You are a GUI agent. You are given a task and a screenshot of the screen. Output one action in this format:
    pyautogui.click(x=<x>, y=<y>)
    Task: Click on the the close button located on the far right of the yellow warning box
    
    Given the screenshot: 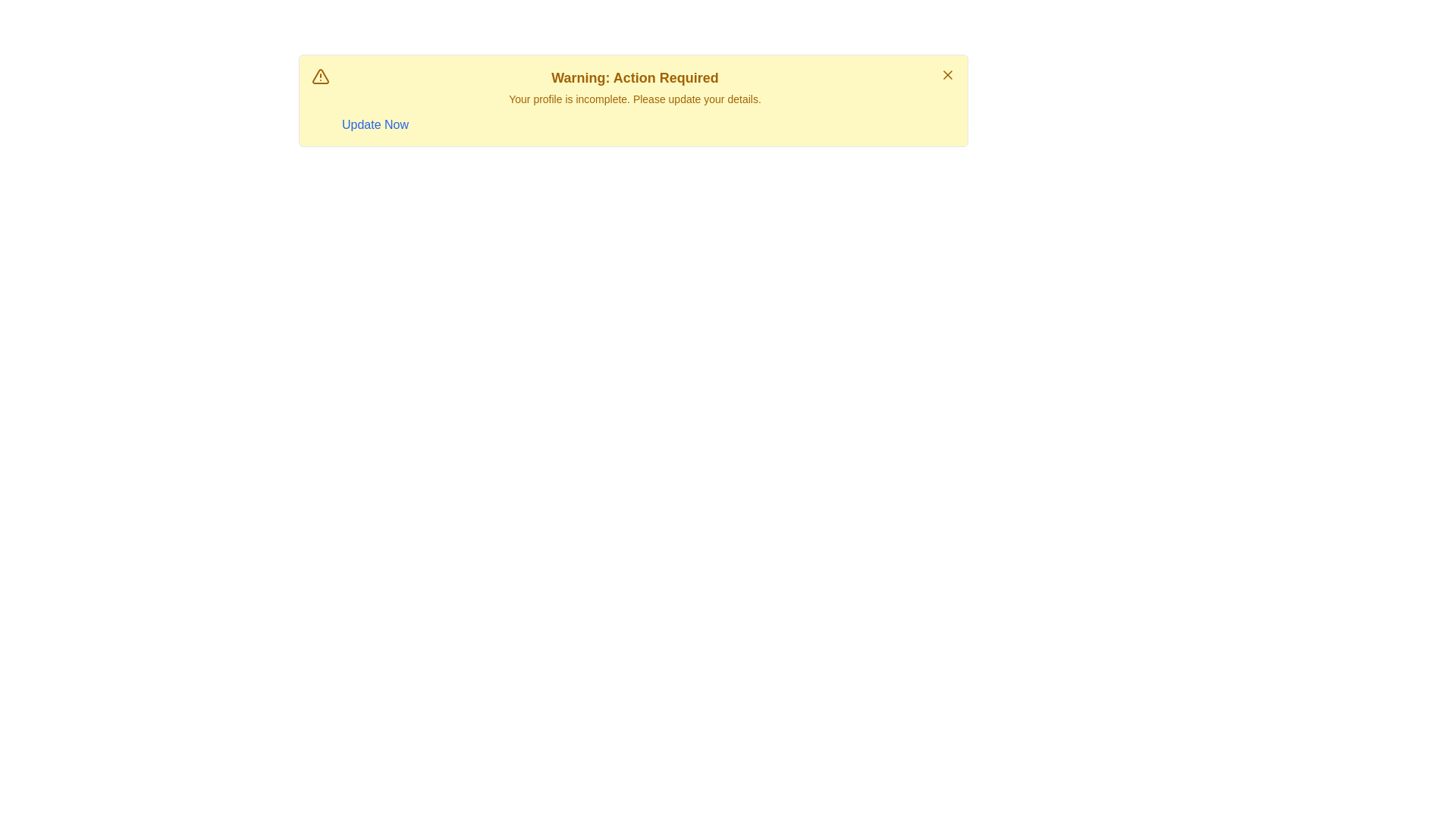 What is the action you would take?
    pyautogui.click(x=946, y=75)
    